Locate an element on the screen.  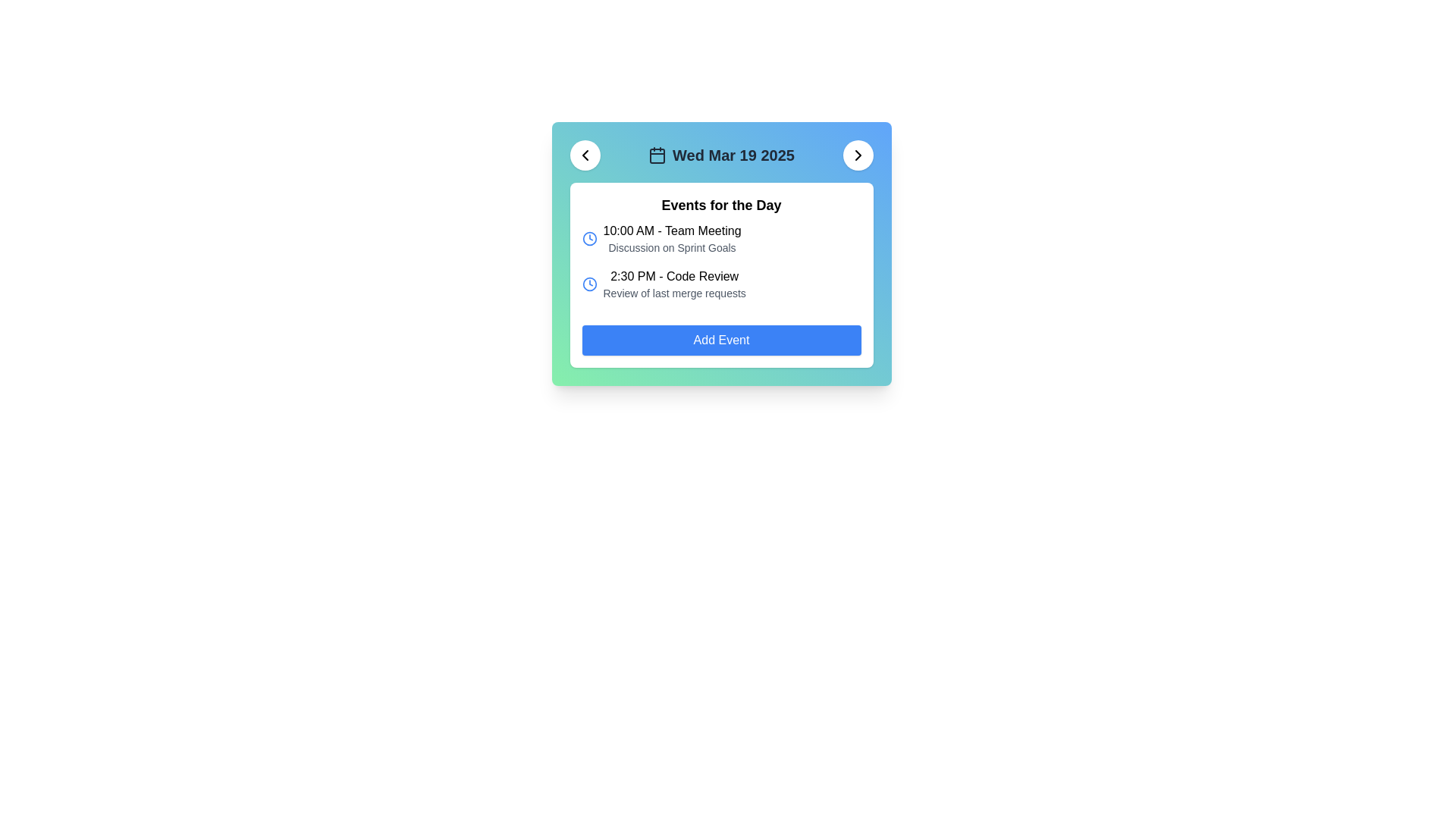
on the event entry titled '2:30 PM - Code Review' in the schedule panel is located at coordinates (720, 284).